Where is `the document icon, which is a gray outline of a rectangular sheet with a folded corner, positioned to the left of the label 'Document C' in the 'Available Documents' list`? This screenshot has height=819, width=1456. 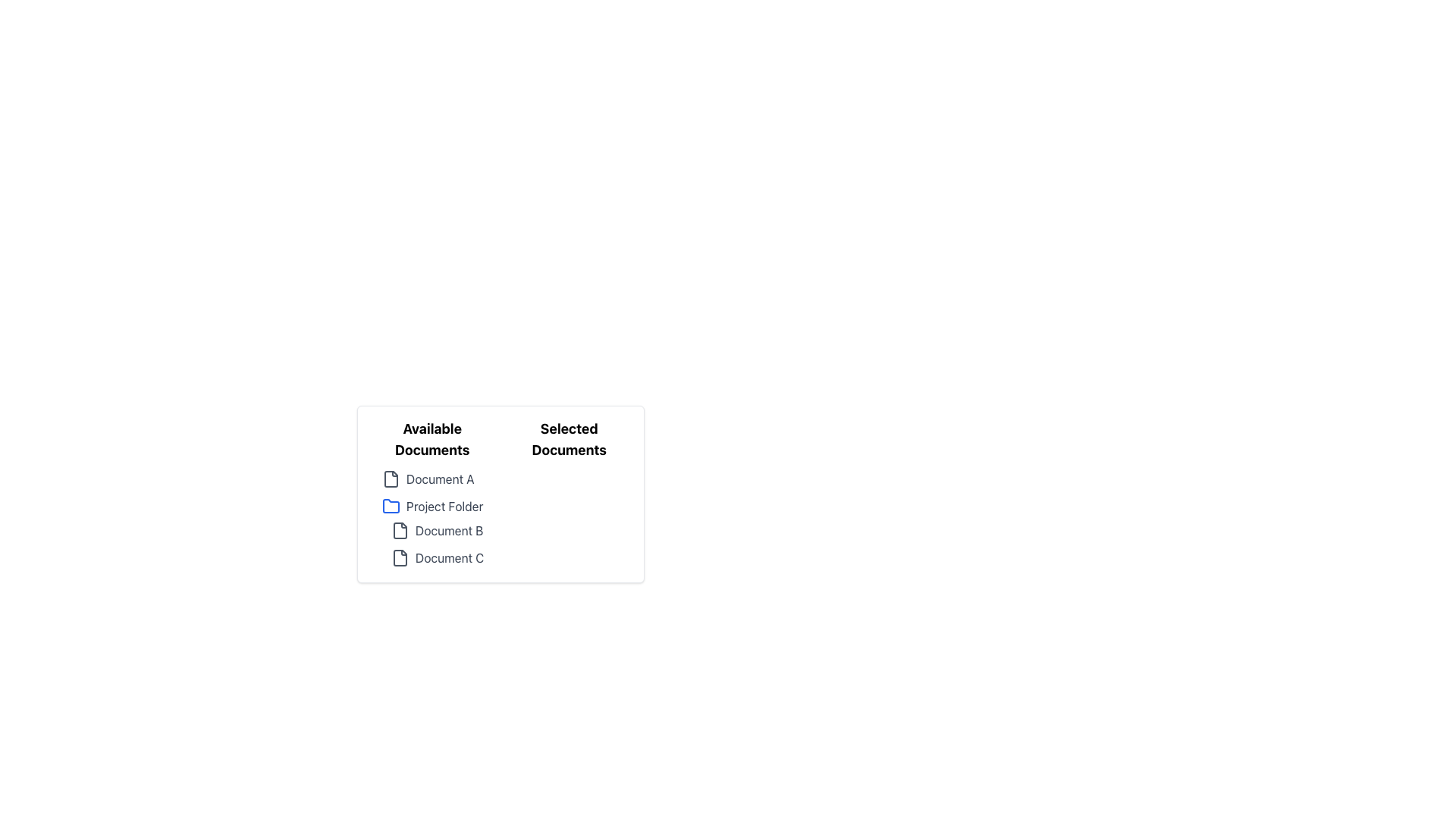
the document icon, which is a gray outline of a rectangular sheet with a folded corner, positioned to the left of the label 'Document C' in the 'Available Documents' list is located at coordinates (400, 558).